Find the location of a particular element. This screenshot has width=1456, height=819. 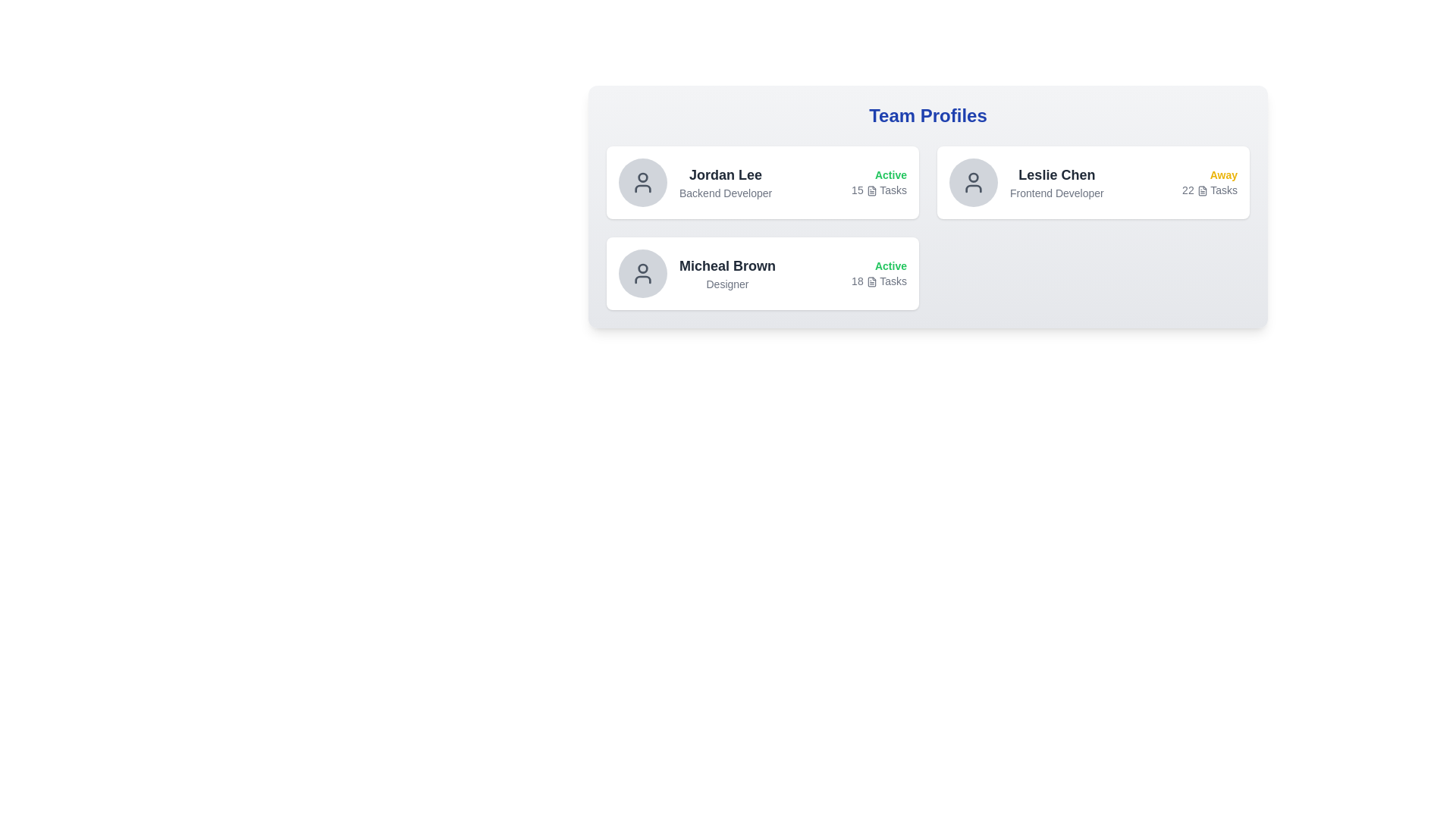

the circular element representing the user 'Michael Brown' in the profile UI is located at coordinates (643, 268).